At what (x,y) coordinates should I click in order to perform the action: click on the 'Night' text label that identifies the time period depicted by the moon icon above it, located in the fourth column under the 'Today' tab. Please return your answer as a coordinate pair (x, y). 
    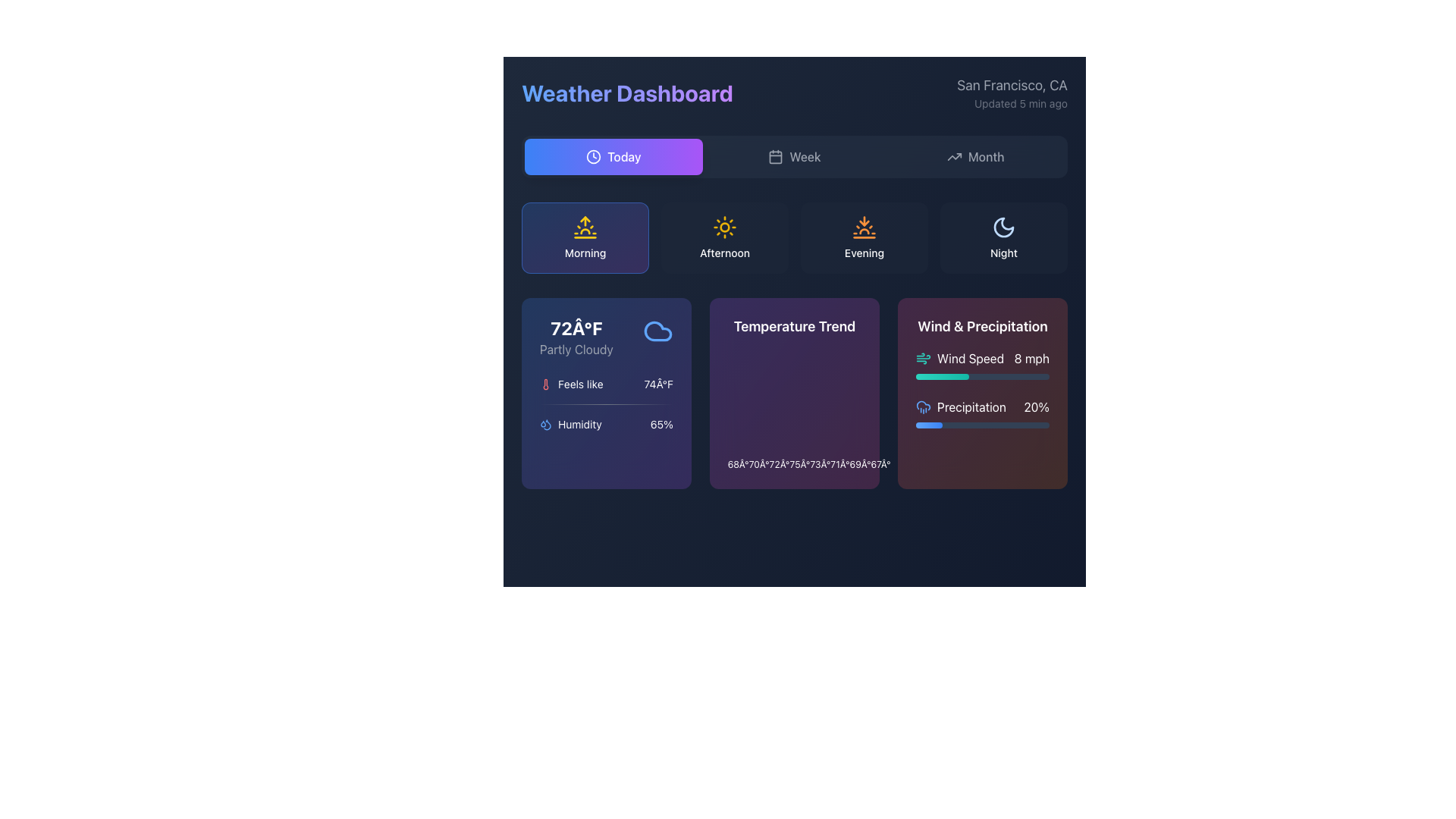
    Looking at the image, I should click on (1004, 253).